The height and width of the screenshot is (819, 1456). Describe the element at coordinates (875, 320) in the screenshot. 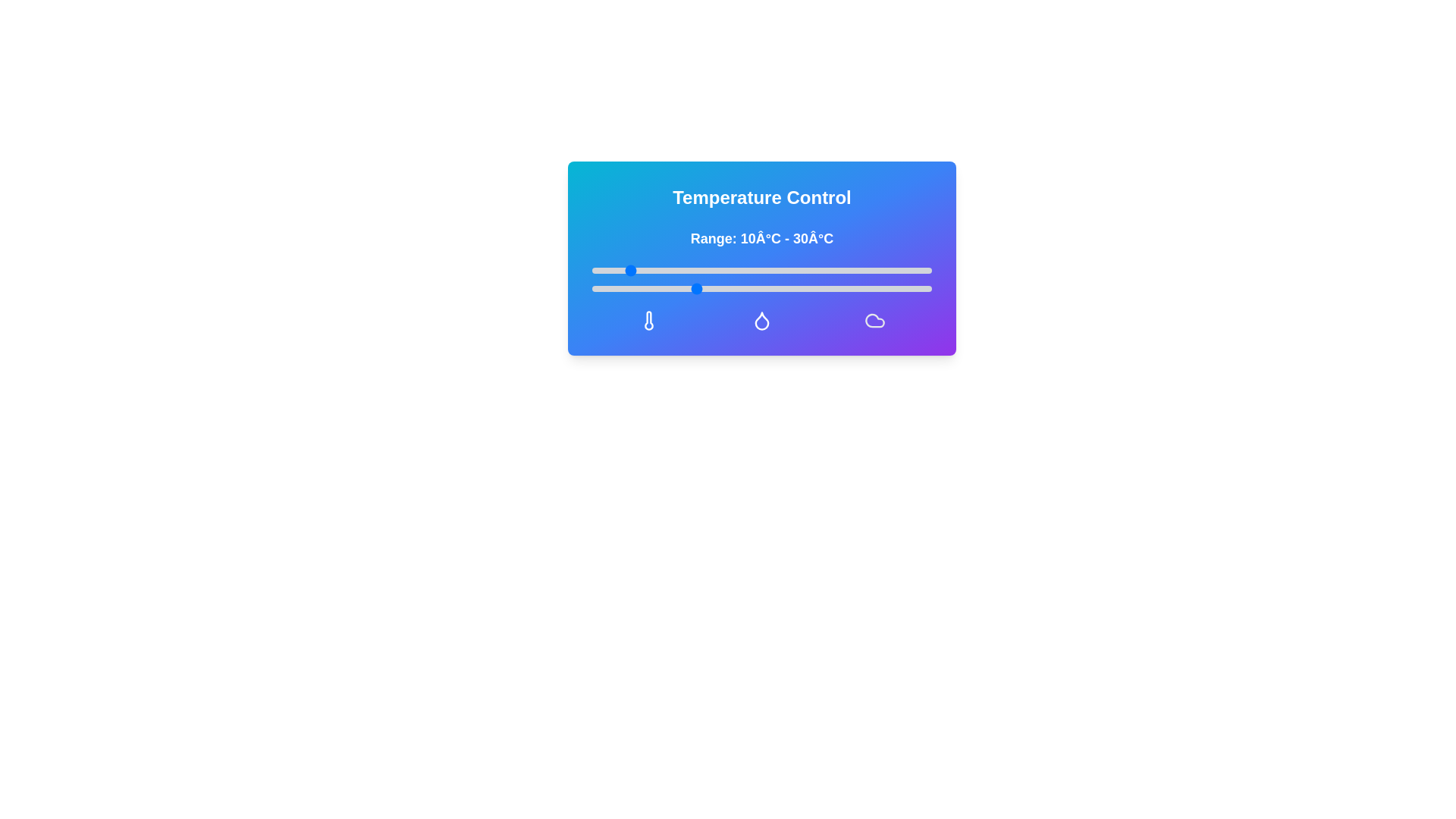

I see `the rightmost icon in the bottom row of icons, which resembles a cloud outline and is associated with weather or cloud data, within the 'Temperature Control' card` at that location.